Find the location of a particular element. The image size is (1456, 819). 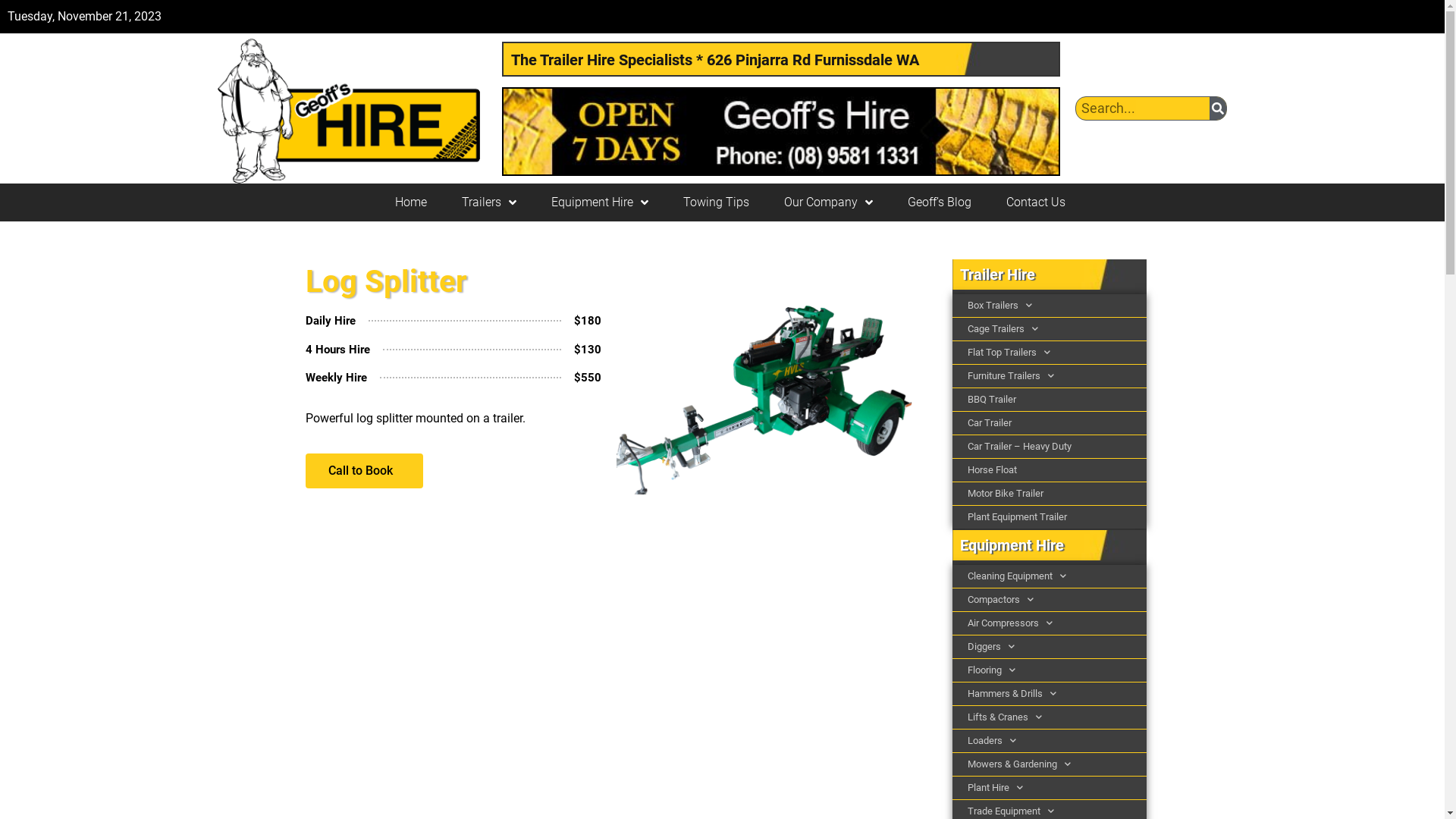

'4 Hours Hire is located at coordinates (452, 353).